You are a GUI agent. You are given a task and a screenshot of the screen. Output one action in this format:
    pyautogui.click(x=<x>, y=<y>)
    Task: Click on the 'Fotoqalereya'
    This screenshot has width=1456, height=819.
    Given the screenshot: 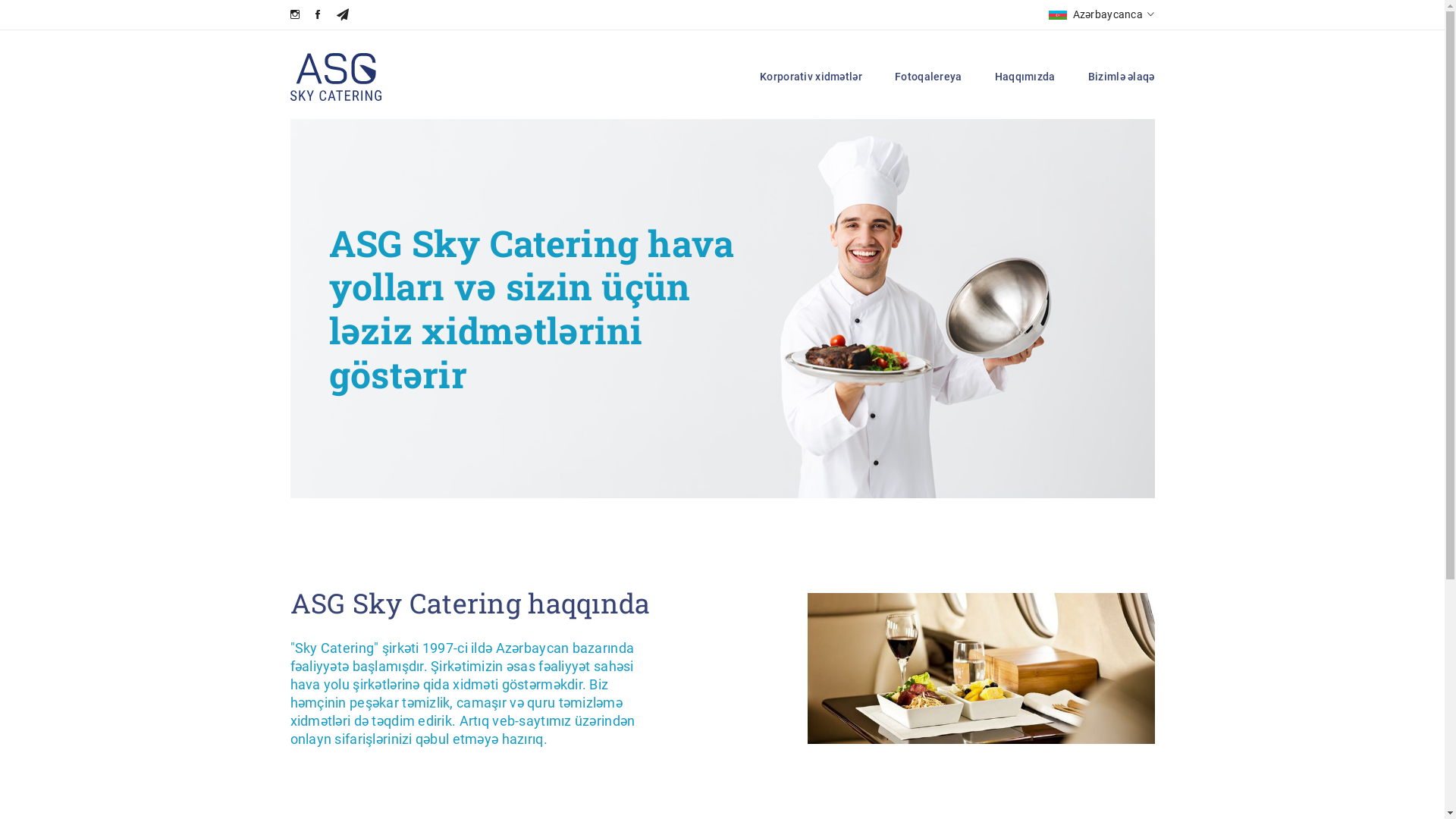 What is the action you would take?
    pyautogui.click(x=927, y=76)
    